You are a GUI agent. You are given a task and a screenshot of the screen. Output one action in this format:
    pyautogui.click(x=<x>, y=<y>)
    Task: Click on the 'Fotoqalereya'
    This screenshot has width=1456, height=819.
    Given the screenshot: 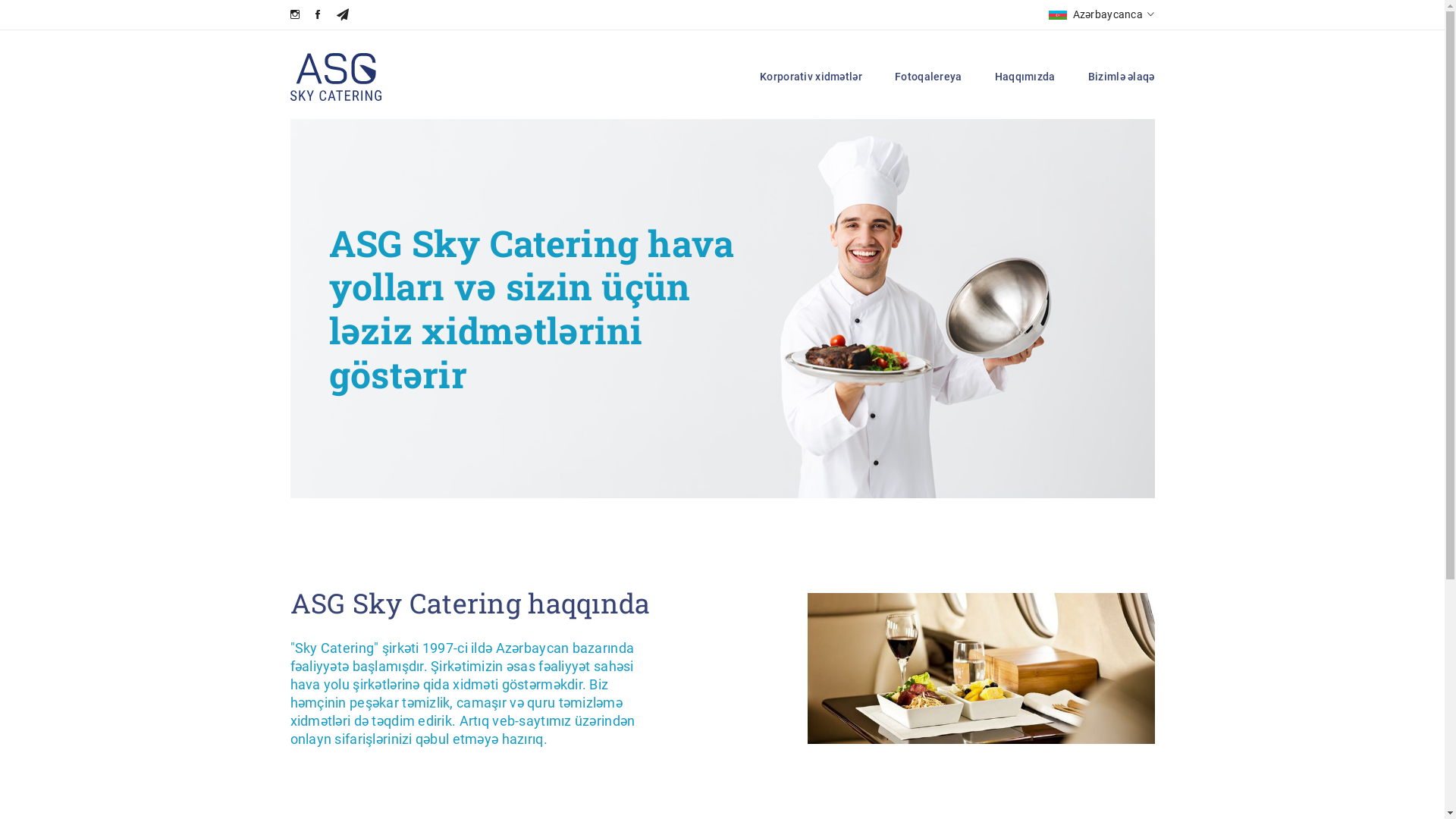 What is the action you would take?
    pyautogui.click(x=927, y=76)
    